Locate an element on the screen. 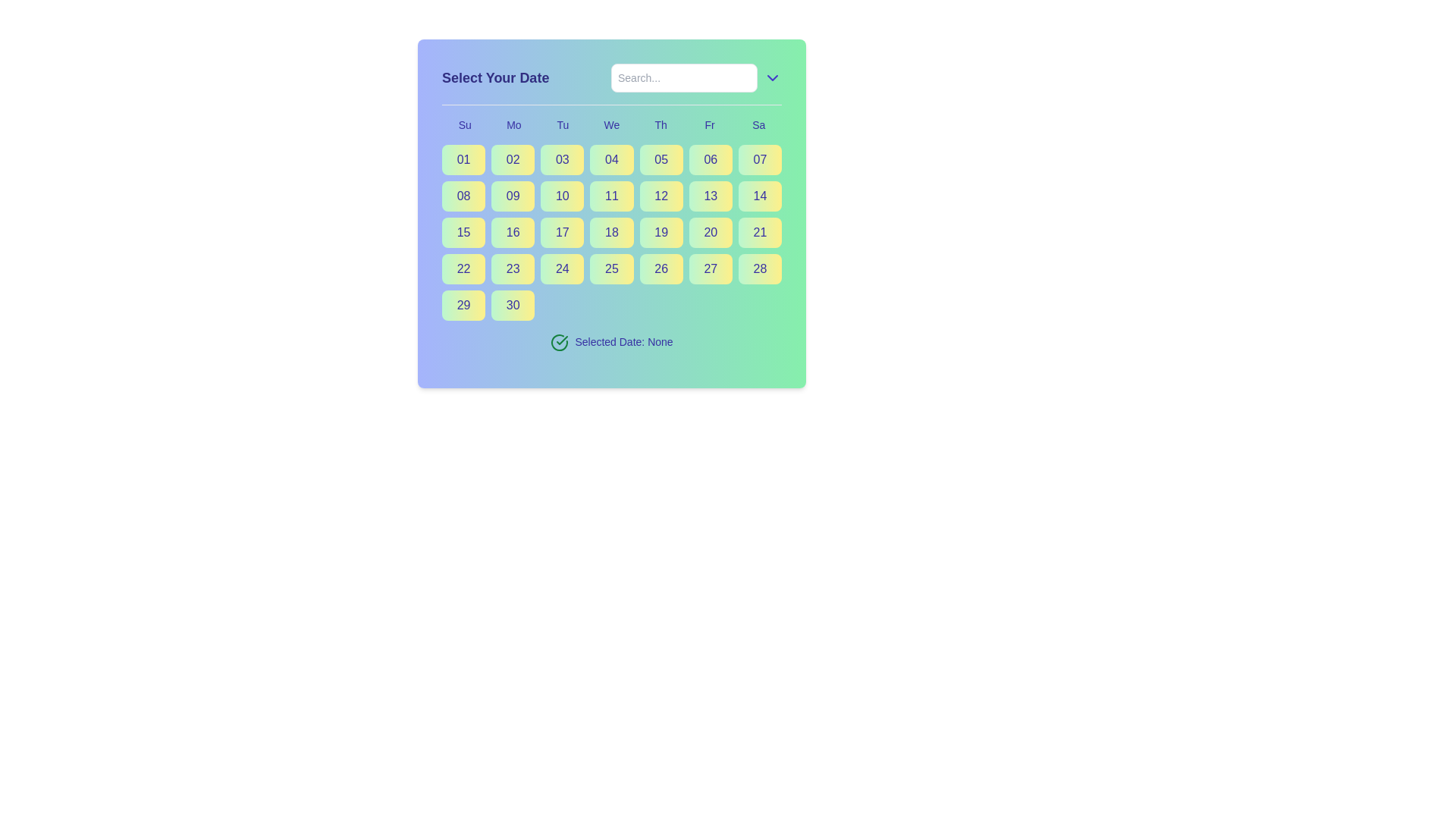 The image size is (1456, 819). the button representing the first day of the month in the date-picker interface is located at coordinates (463, 160).